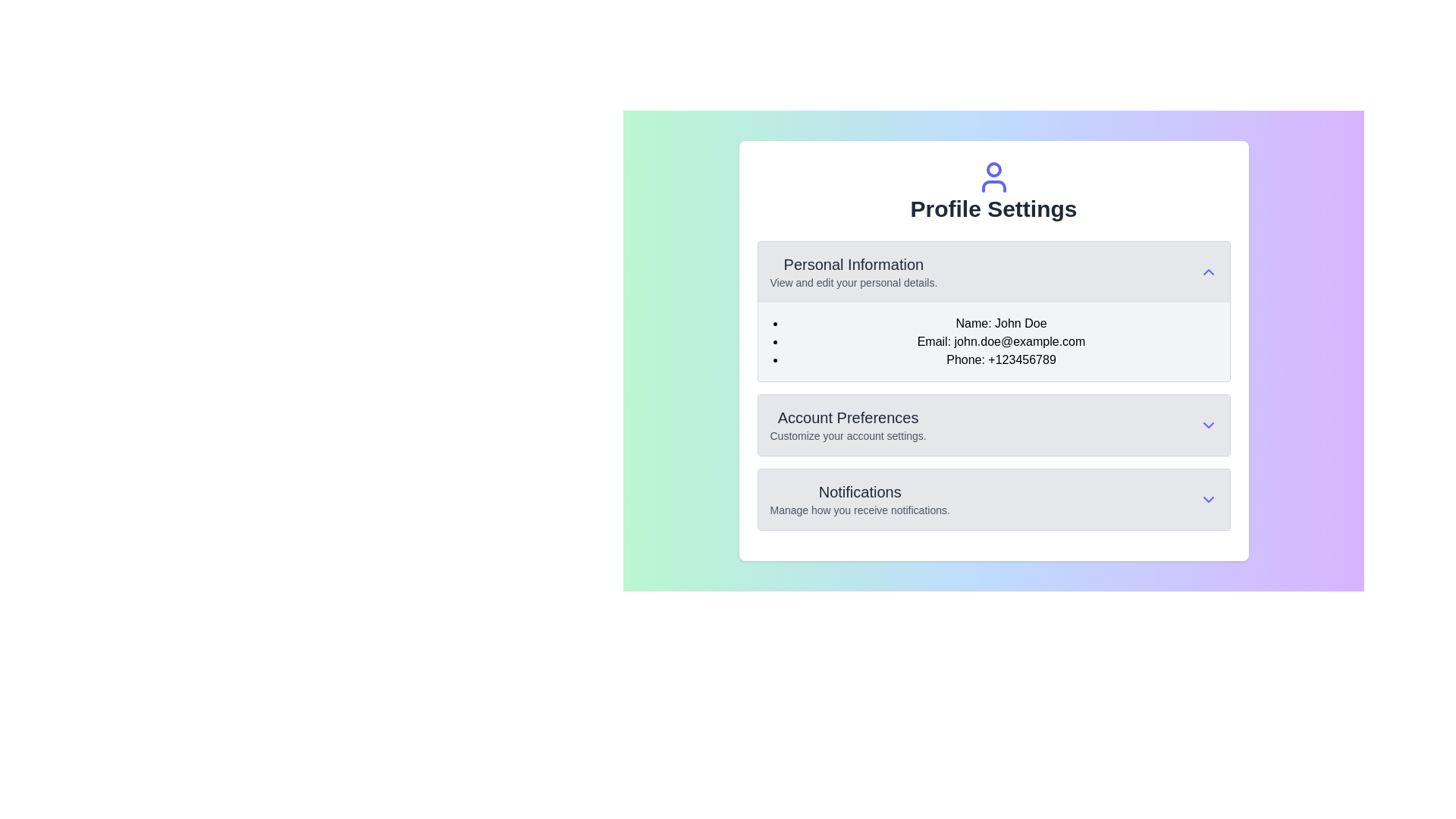 The height and width of the screenshot is (819, 1456). Describe the element at coordinates (1001, 323) in the screenshot. I see `the user's name displayed in the first text box of the 'Personal Information' section under 'Profile Settings'` at that location.